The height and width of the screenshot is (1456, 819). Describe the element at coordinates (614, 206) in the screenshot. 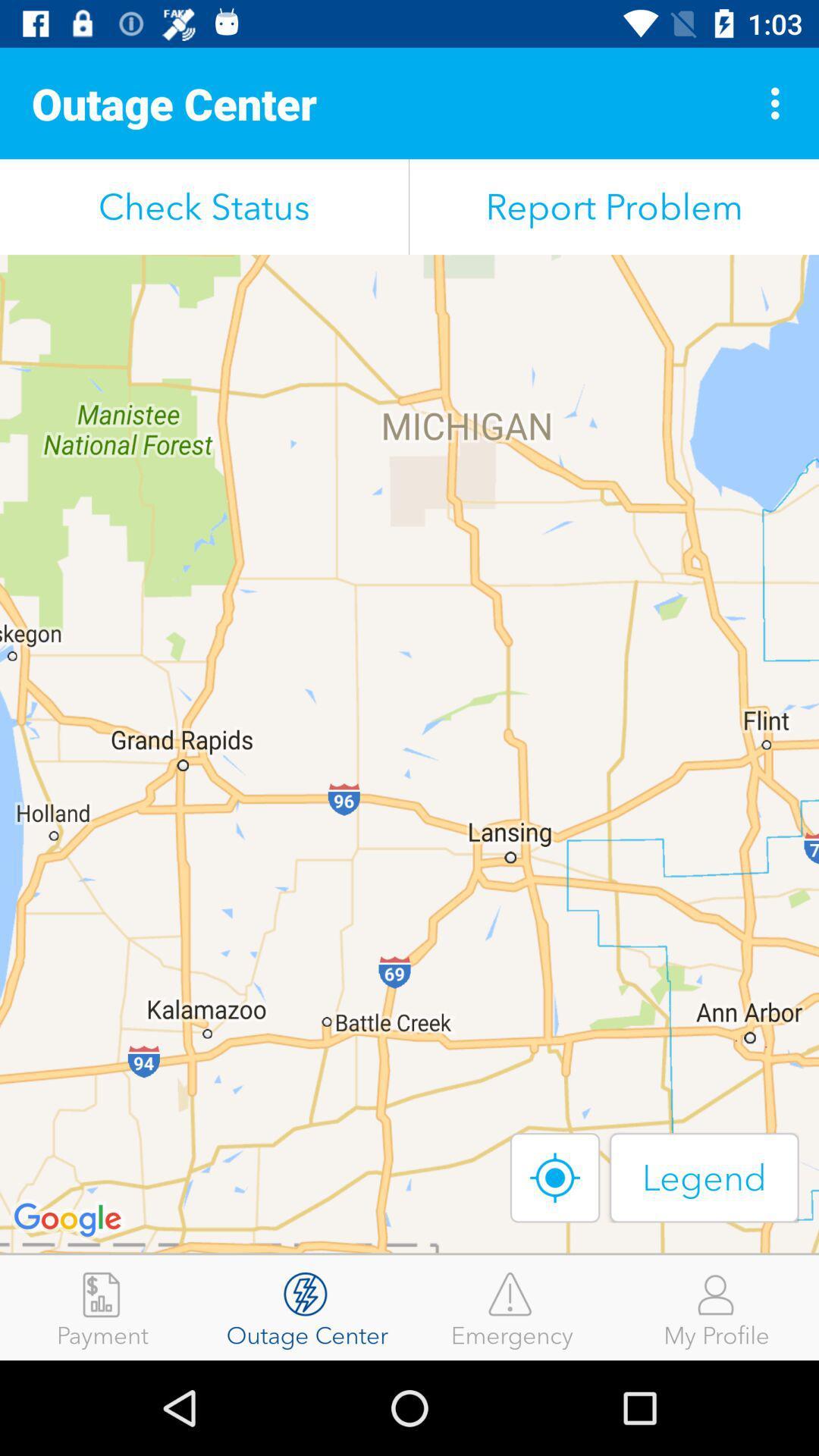

I see `the icon to the right of the check status` at that location.